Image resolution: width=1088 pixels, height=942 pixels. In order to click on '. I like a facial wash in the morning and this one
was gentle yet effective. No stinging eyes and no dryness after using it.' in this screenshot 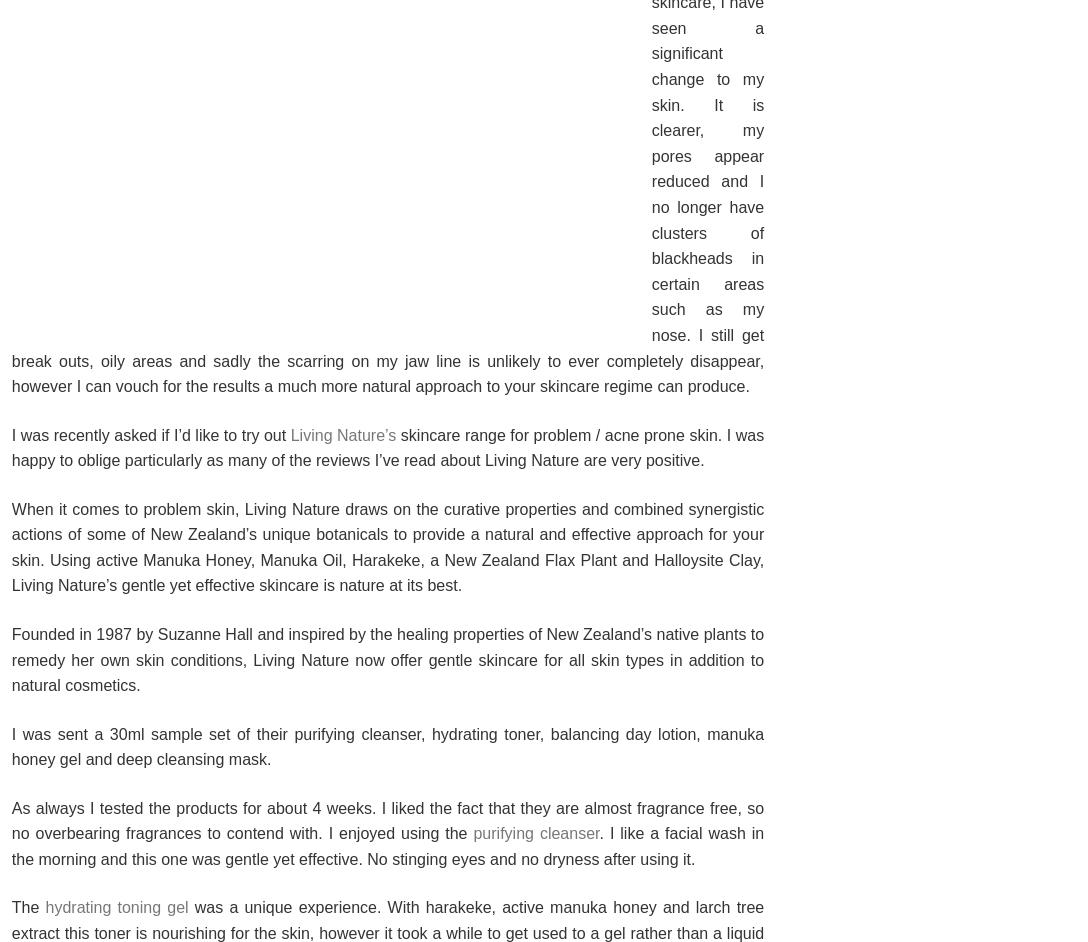, I will do `click(10, 845)`.